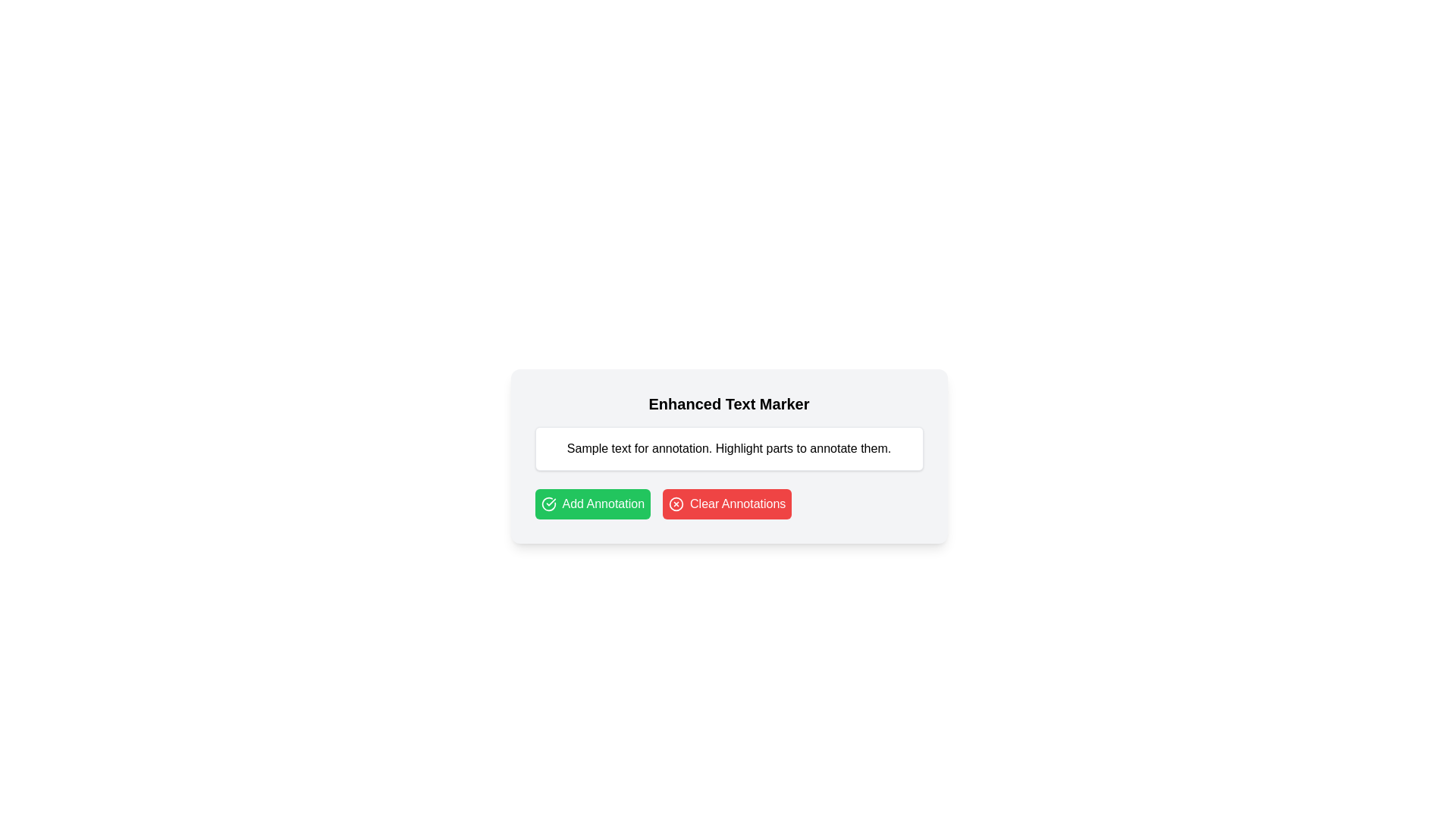 This screenshot has height=819, width=1456. What do you see at coordinates (676, 504) in the screenshot?
I see `the 'Clear Annotations' button, which is a rectangular red button located next to the text label 'Clear Annotations' and contains an icon representing the clearing functionality` at bounding box center [676, 504].